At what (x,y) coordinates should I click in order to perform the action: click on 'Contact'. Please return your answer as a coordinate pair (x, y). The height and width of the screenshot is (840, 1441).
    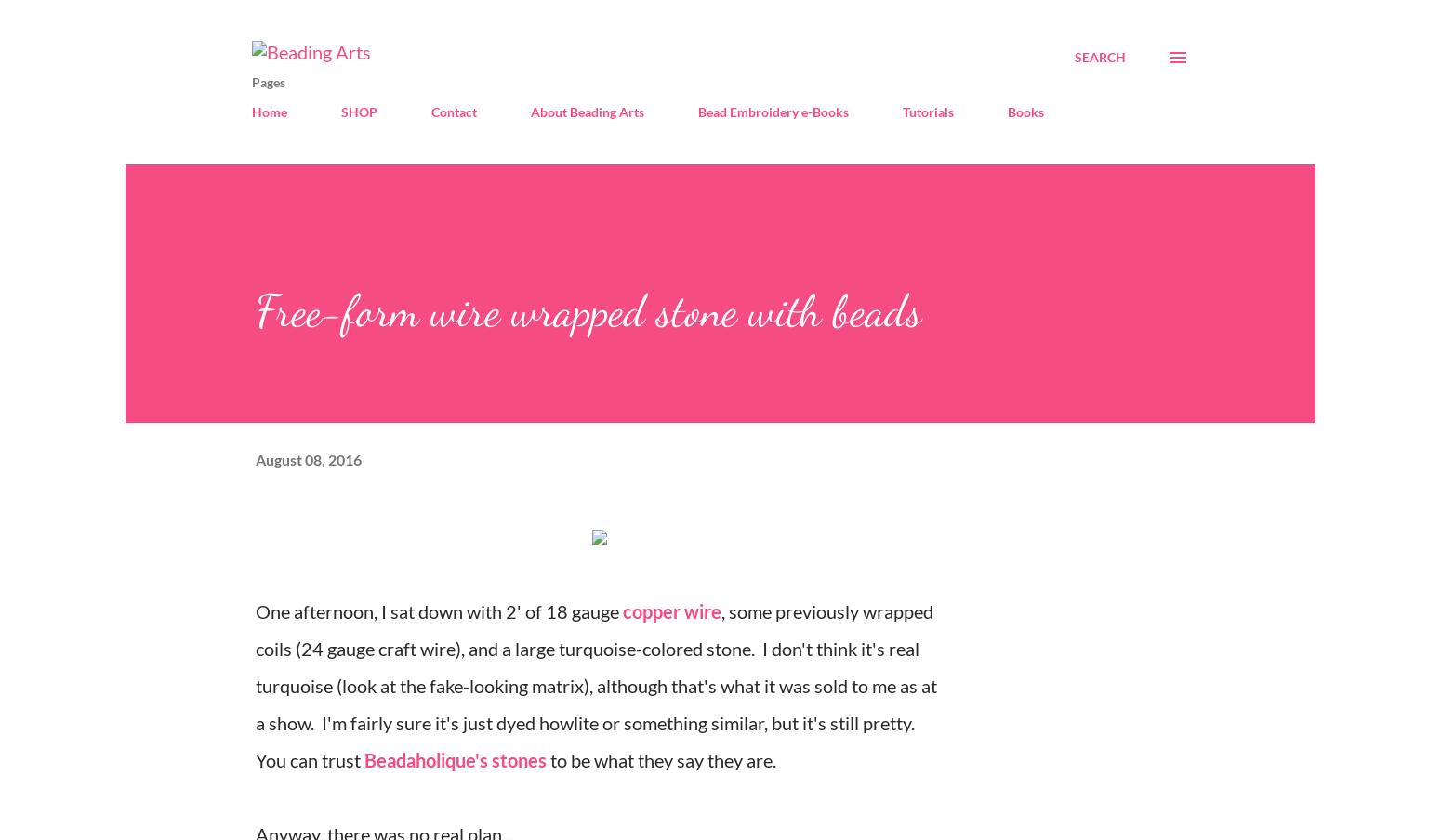
    Looking at the image, I should click on (453, 111).